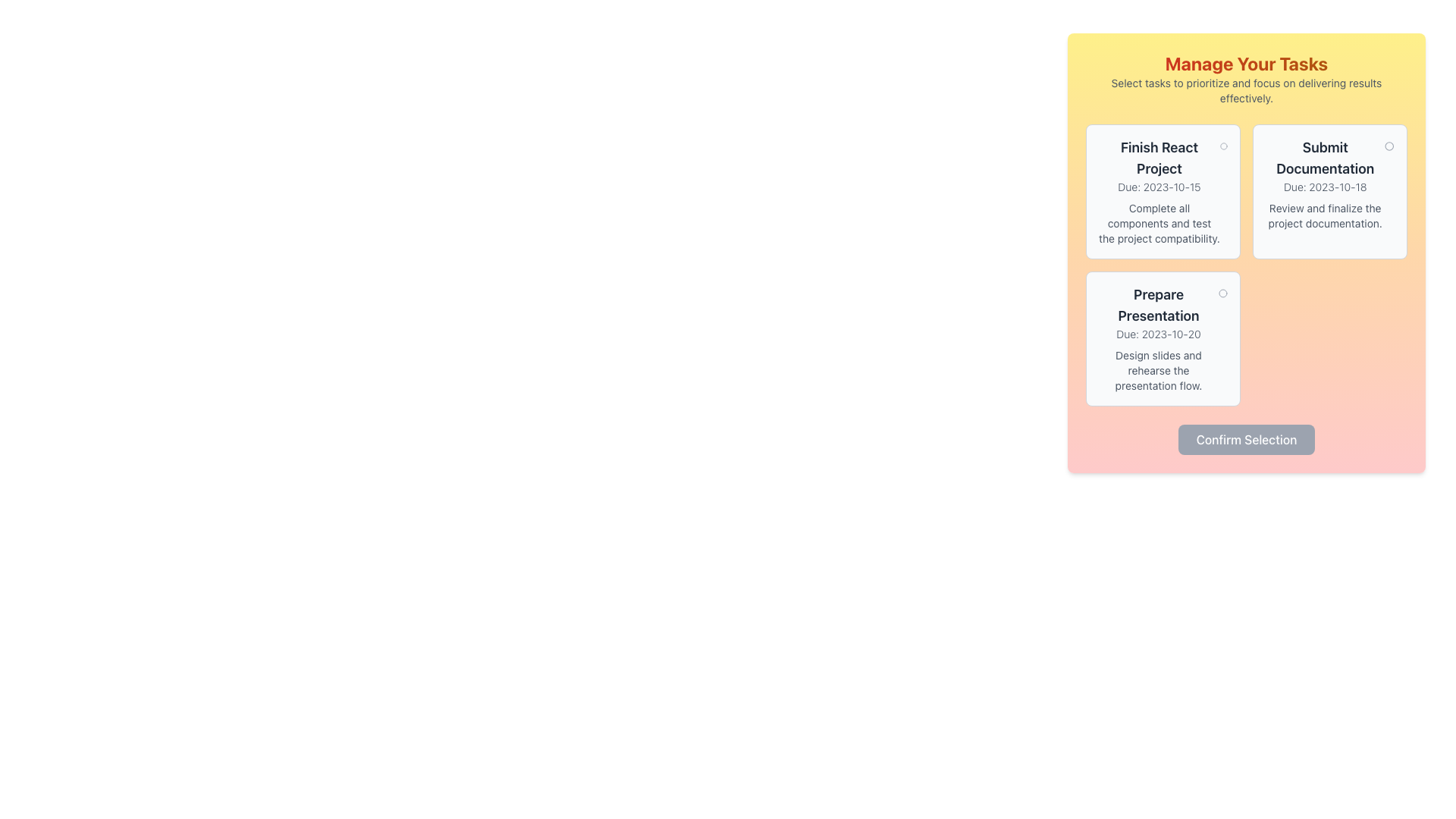 The width and height of the screenshot is (1456, 819). I want to click on text label displaying the due date '2023-10-18' for the task 'Submit Documentation', which is centered within the card in the upper-right corner of the three-card grid, so click(1324, 186).